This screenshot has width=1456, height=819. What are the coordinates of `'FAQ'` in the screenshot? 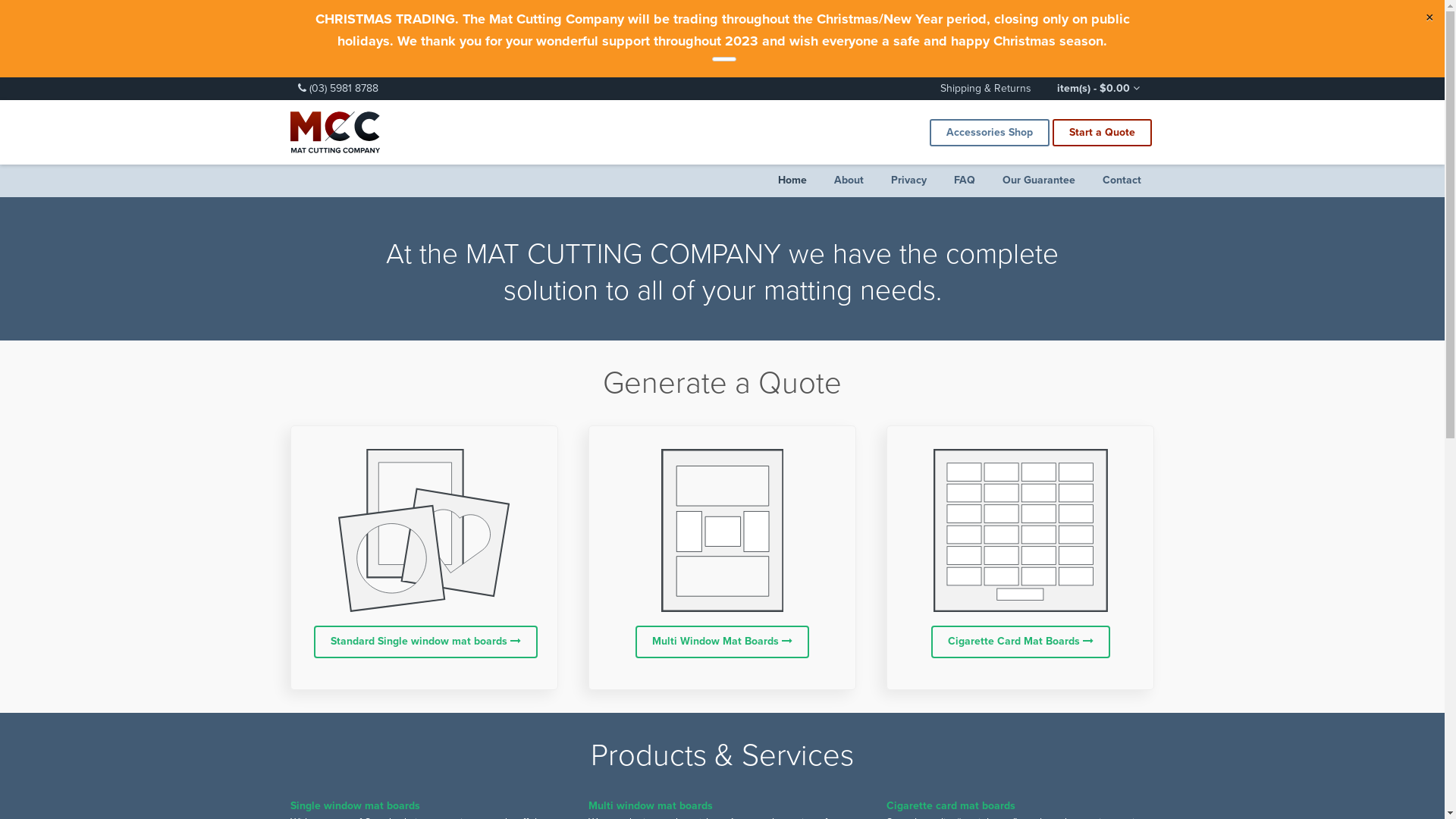 It's located at (964, 180).